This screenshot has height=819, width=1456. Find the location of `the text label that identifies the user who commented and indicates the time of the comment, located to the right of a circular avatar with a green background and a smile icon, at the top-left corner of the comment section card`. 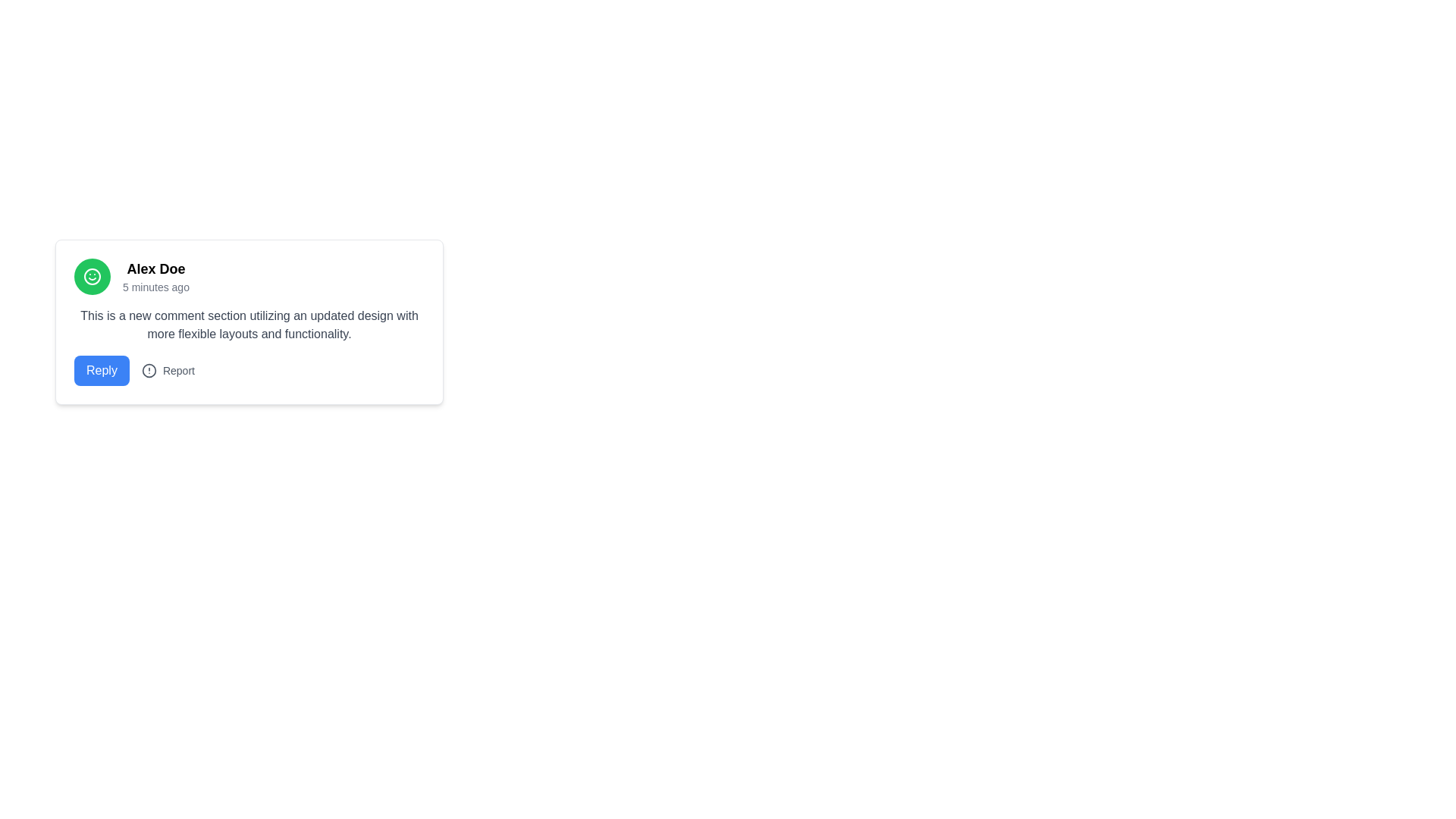

the text label that identifies the user who commented and indicates the time of the comment, located to the right of a circular avatar with a green background and a smile icon, at the top-left corner of the comment section card is located at coordinates (156, 277).